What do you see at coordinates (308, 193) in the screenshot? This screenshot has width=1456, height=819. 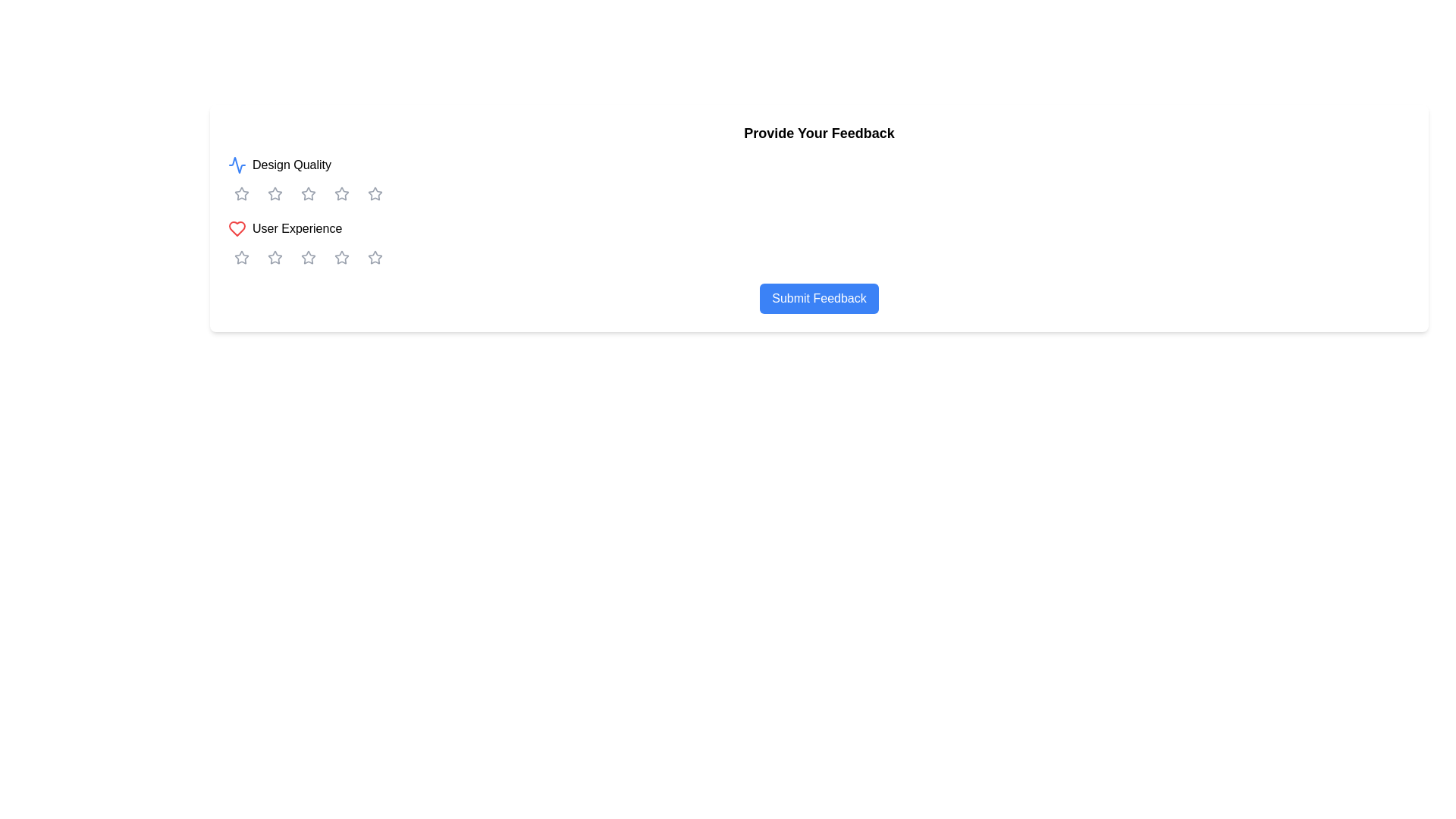 I see `the second star-shaped icon in the rating control for 'Design Quality'` at bounding box center [308, 193].